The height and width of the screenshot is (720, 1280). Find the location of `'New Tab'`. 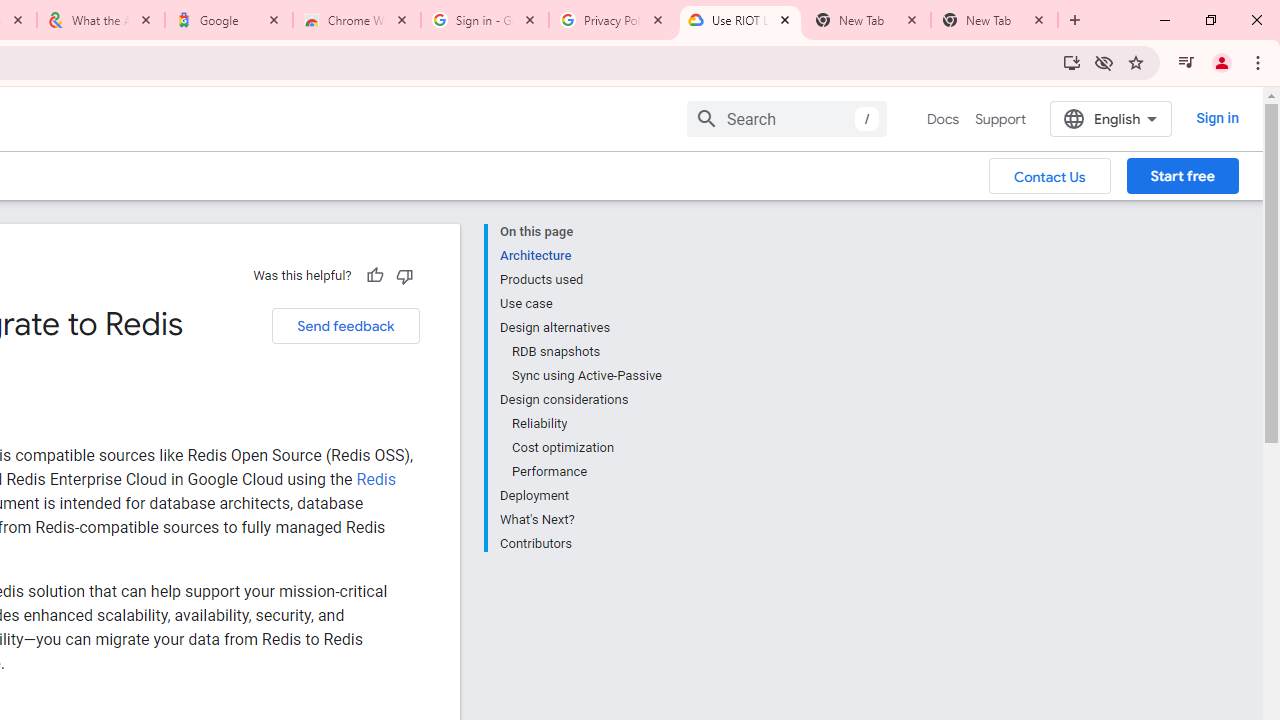

'New Tab' is located at coordinates (994, 20).